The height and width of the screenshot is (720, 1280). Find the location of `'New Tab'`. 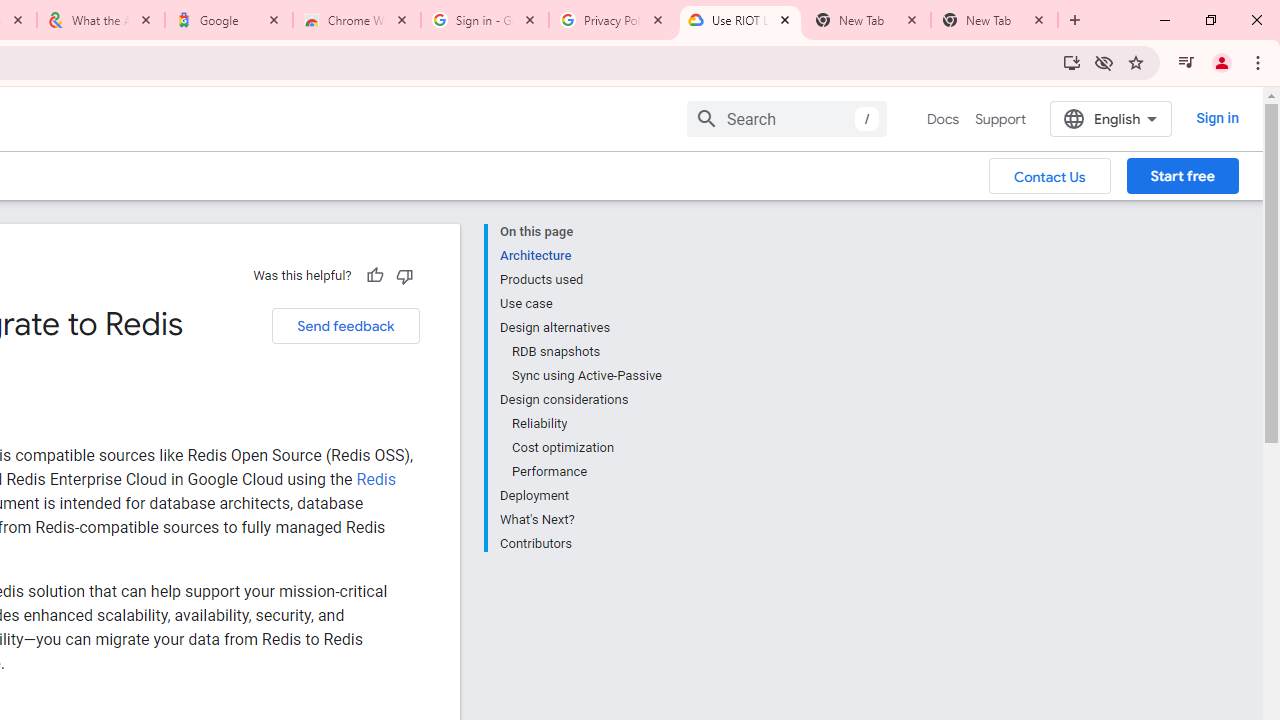

'New Tab' is located at coordinates (994, 20).